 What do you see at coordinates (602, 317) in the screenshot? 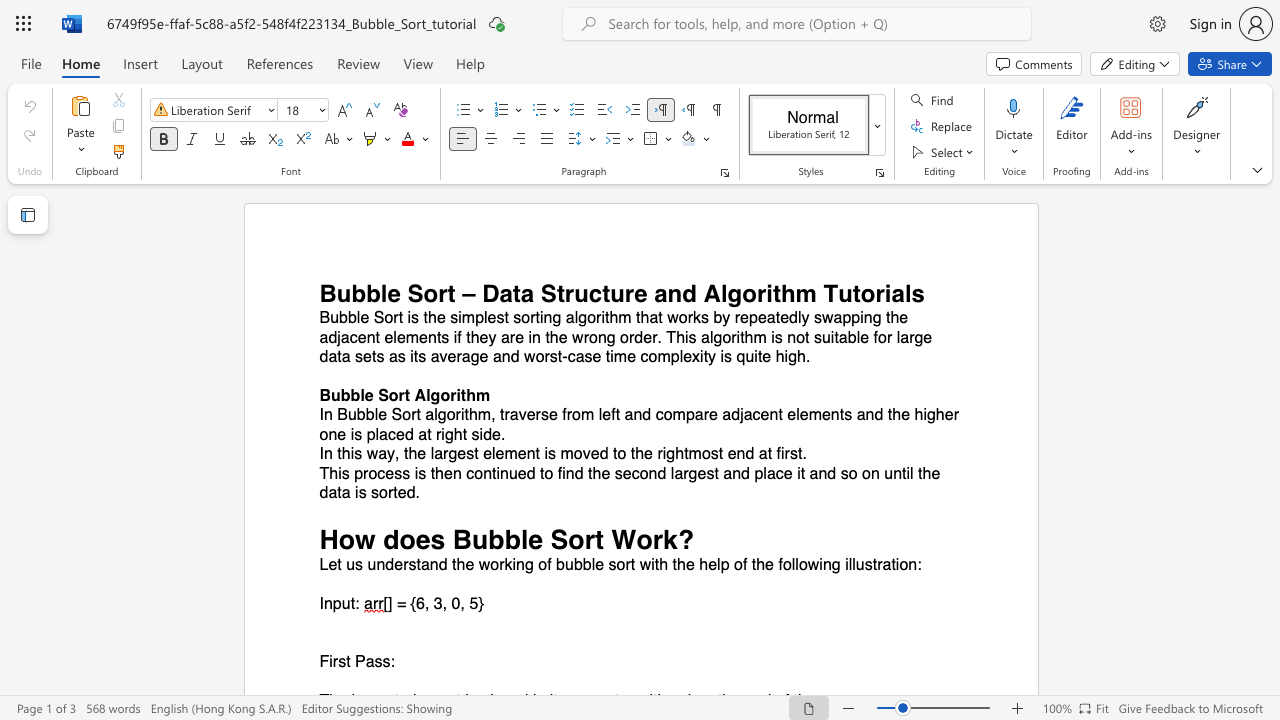
I see `the 4th character "i" in the text` at bounding box center [602, 317].